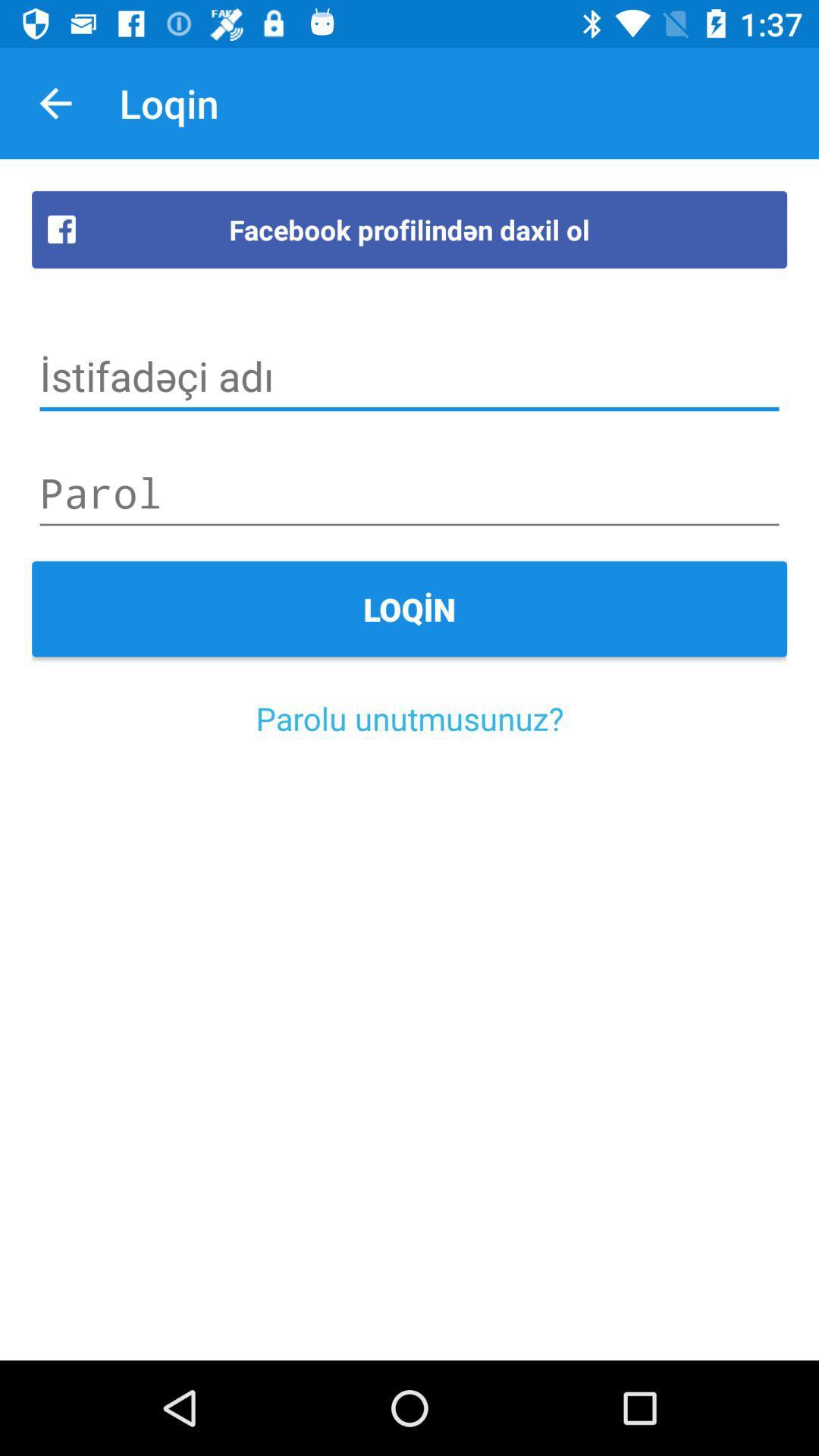 This screenshot has height=1456, width=819. Describe the element at coordinates (409, 493) in the screenshot. I see `password` at that location.